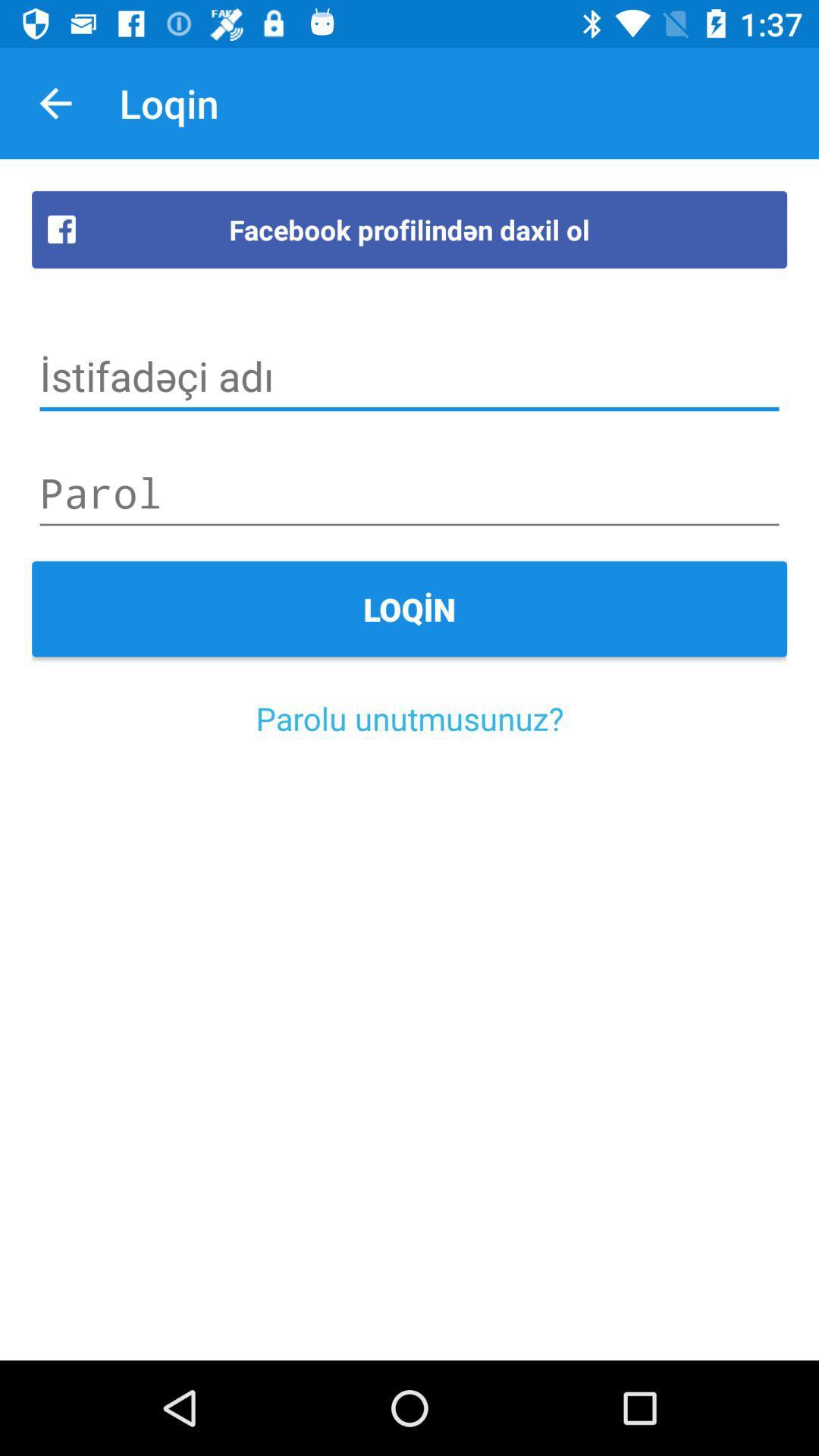 This screenshot has height=1456, width=819. Describe the element at coordinates (409, 493) in the screenshot. I see `password` at that location.